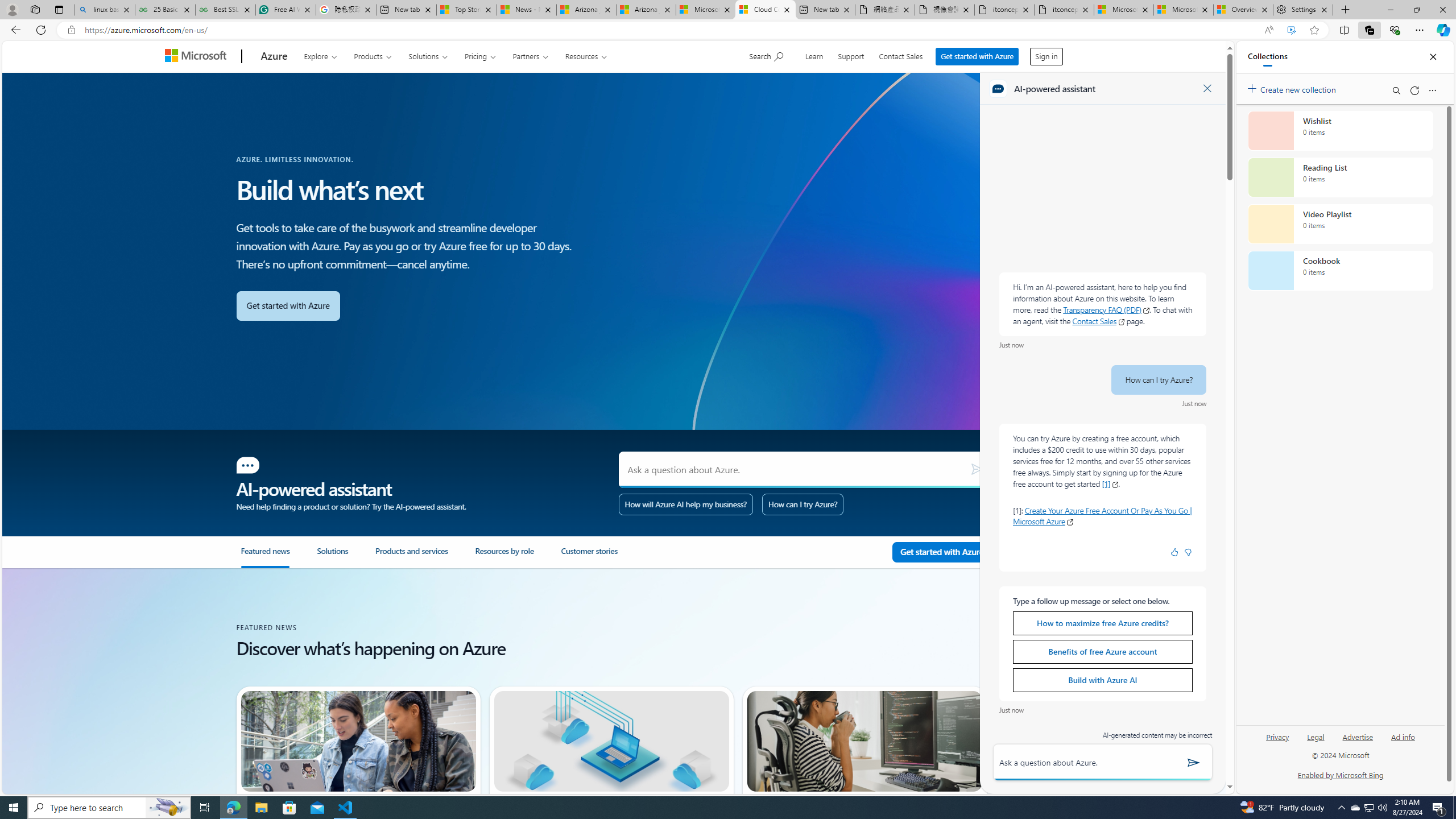 This screenshot has height=819, width=1456. I want to click on 'Contact Sales Opens in a new window; external.', so click(1098, 320).